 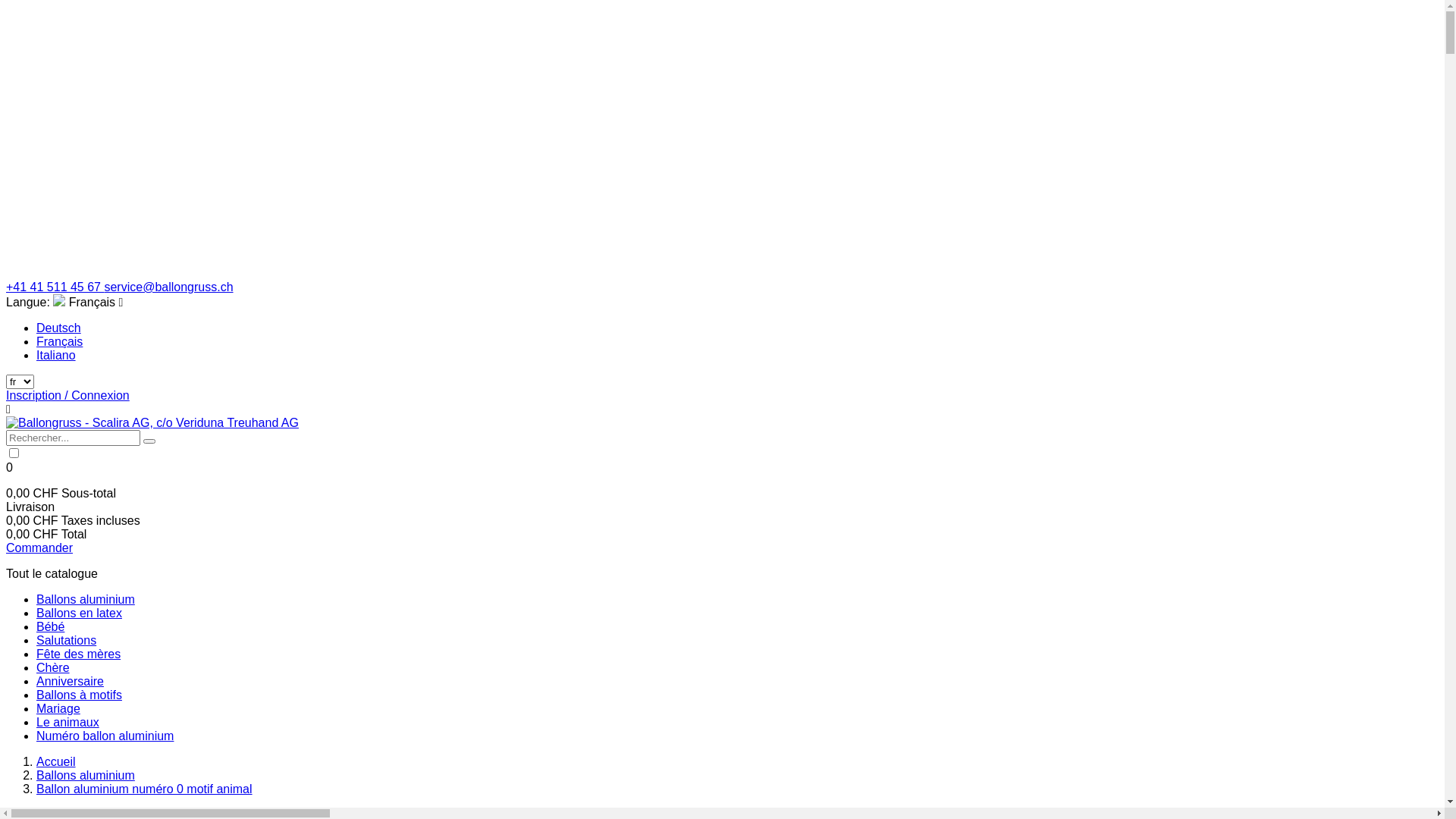 What do you see at coordinates (85, 598) in the screenshot?
I see `'Ballons aluminium'` at bounding box center [85, 598].